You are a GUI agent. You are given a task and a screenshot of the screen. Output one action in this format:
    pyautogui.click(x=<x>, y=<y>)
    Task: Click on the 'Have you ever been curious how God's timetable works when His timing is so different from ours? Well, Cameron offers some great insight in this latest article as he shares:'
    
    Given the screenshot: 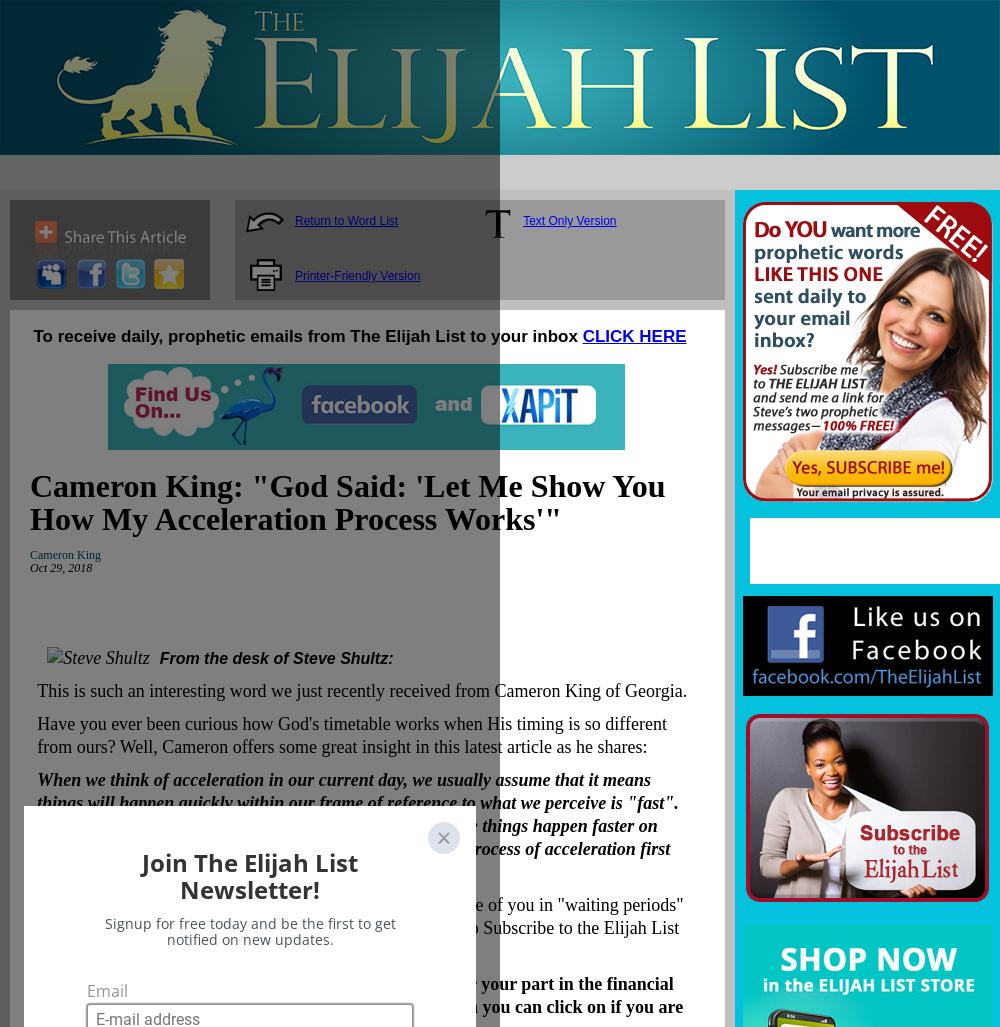 What is the action you would take?
    pyautogui.click(x=350, y=735)
    